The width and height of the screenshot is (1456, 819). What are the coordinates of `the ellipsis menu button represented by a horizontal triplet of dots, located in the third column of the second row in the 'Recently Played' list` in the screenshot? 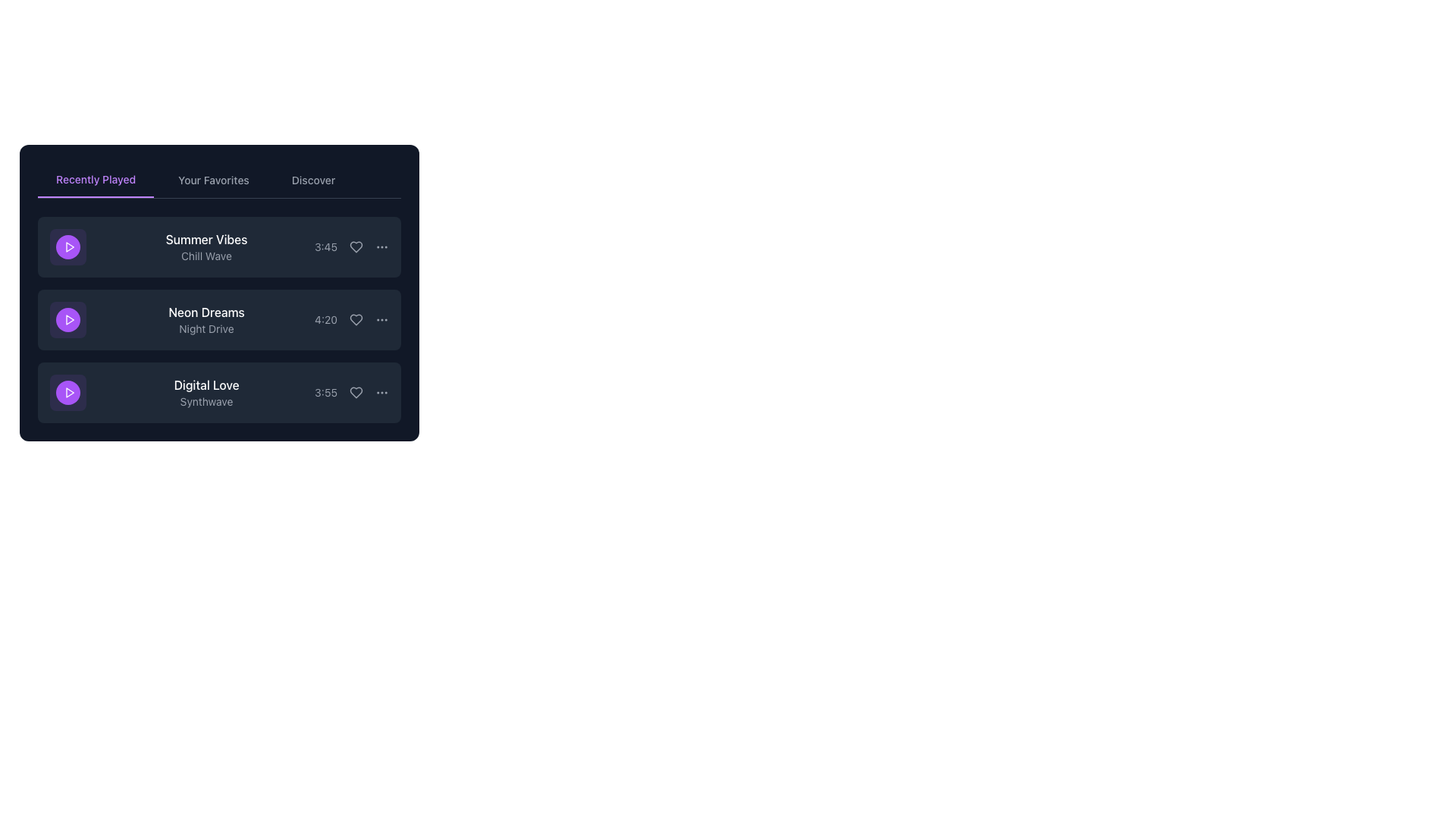 It's located at (382, 318).